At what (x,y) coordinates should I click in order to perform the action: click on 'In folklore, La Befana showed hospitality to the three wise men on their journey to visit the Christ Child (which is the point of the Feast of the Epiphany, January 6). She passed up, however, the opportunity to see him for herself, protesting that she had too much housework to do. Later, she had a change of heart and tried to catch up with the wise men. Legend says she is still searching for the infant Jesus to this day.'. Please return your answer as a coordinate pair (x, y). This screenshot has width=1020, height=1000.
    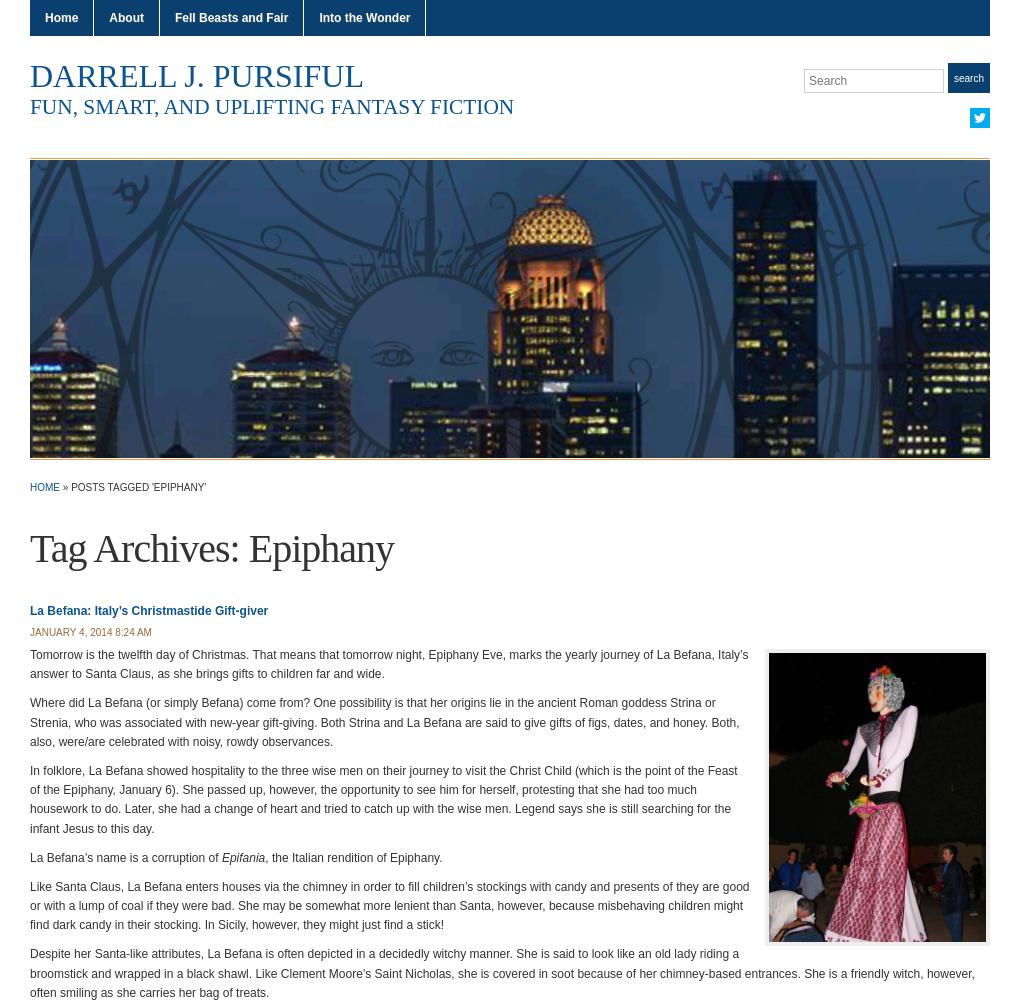
    Looking at the image, I should click on (382, 799).